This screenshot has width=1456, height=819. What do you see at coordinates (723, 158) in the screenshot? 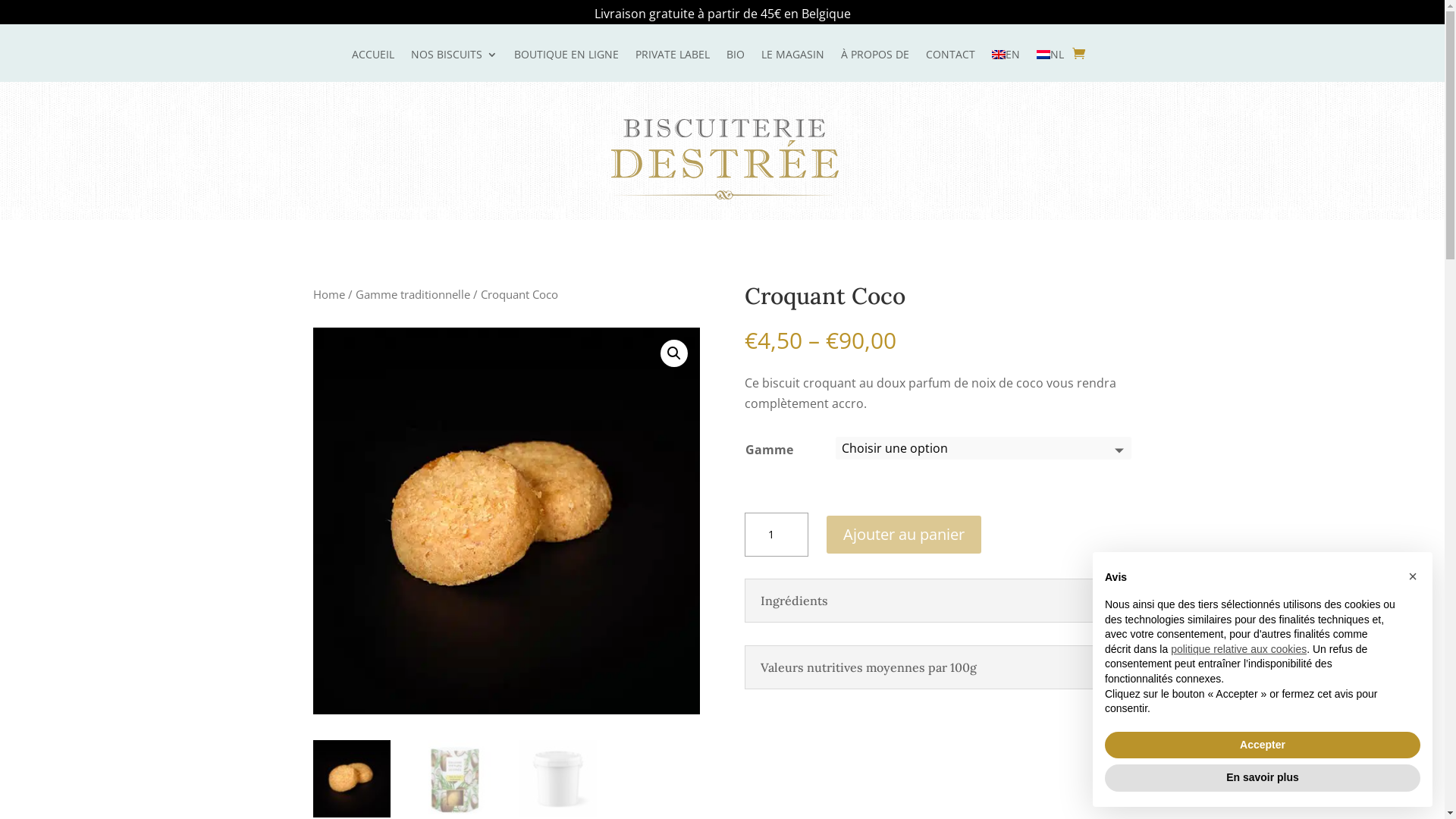
I see `'logo'` at bounding box center [723, 158].